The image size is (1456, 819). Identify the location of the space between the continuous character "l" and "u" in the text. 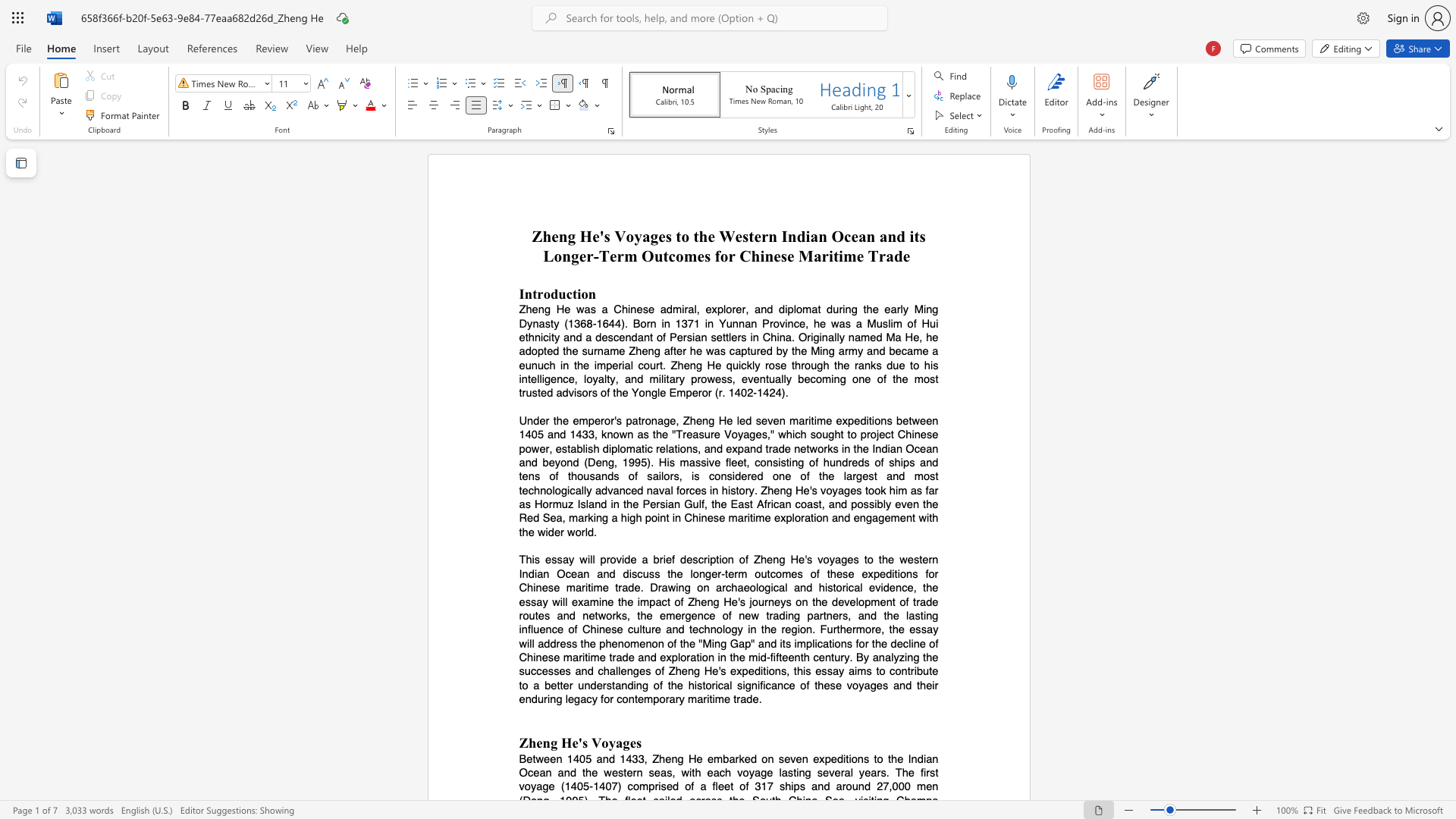
(534, 629).